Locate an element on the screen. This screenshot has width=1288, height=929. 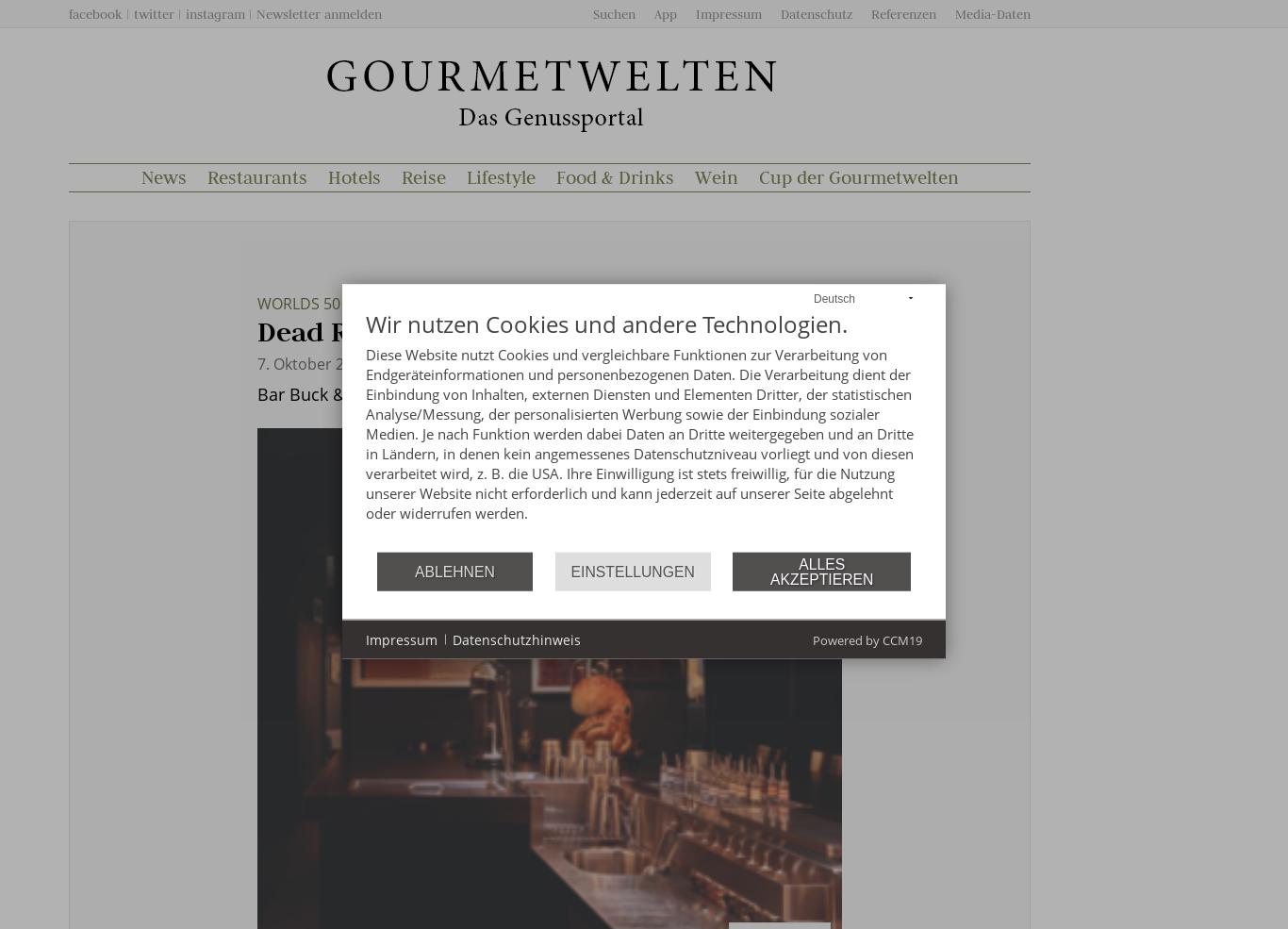
'Suchen' is located at coordinates (592, 13).